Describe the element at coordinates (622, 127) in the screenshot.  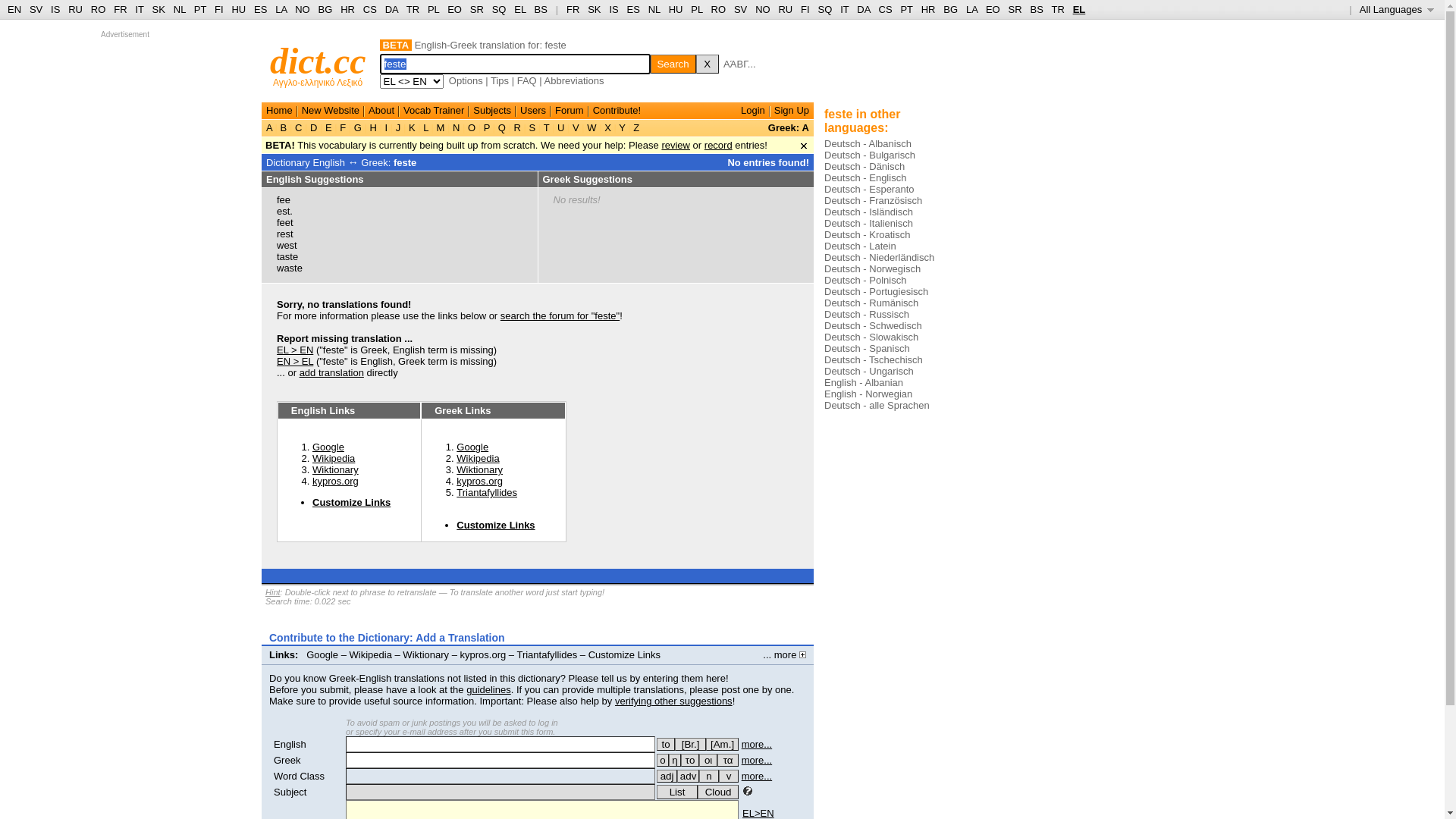
I see `'Y'` at that location.